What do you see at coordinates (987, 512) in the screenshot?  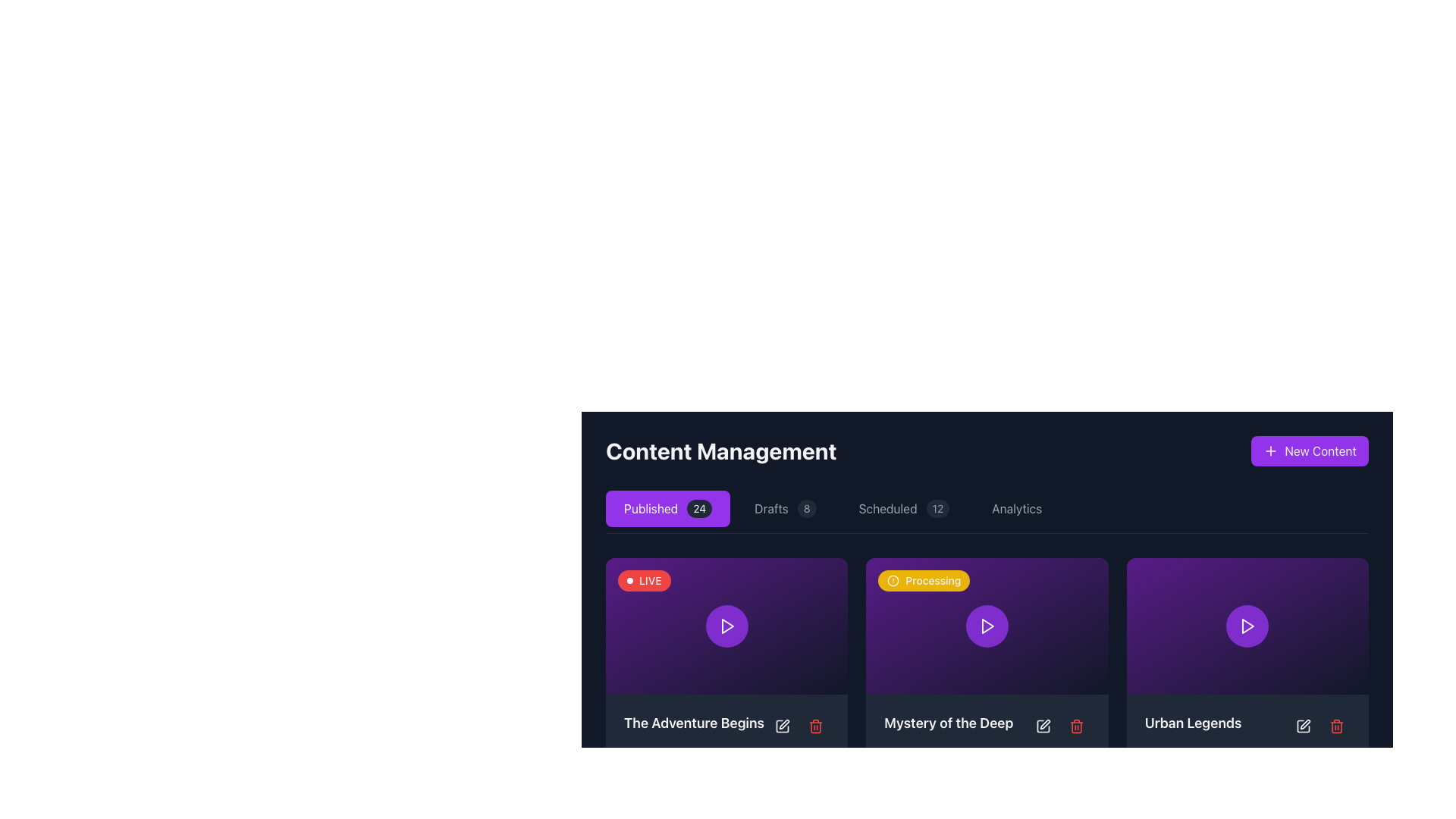 I see `the horizontal navigation bar with pill buttons labeled 'Published', 'Drafts', 'Scheduled', and 'Analytics'` at bounding box center [987, 512].